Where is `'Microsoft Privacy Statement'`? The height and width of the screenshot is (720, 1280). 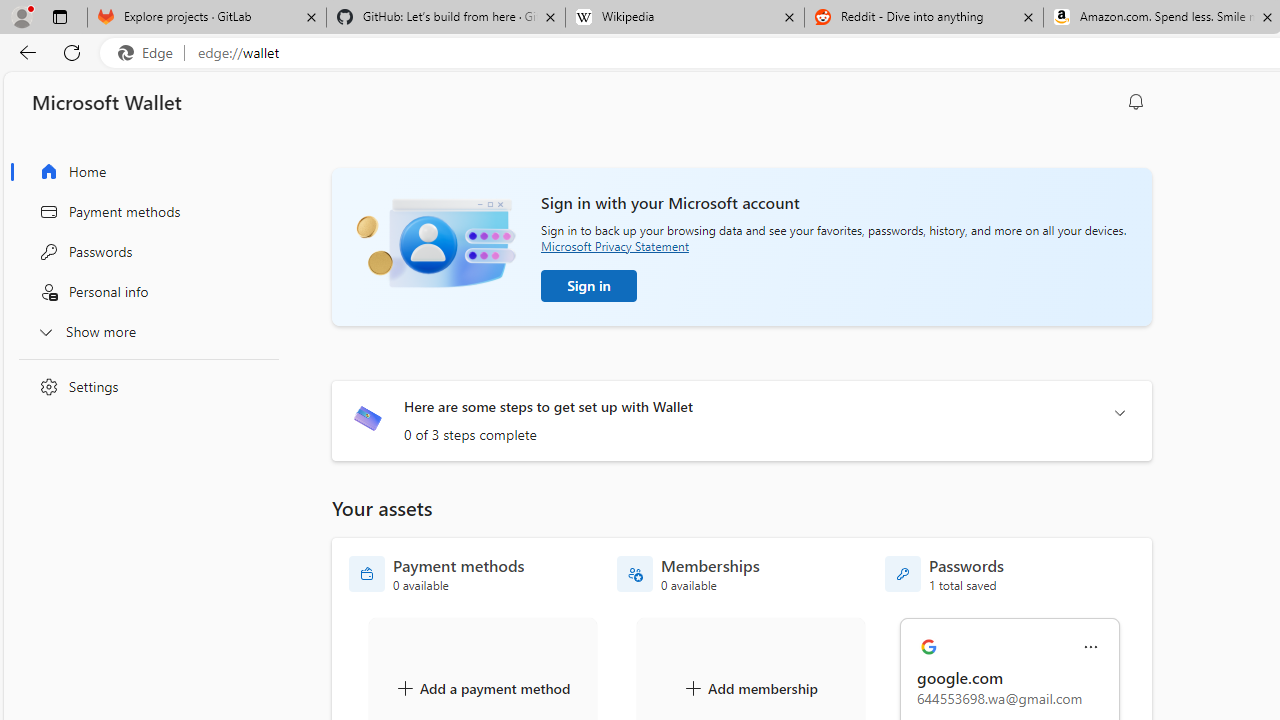 'Microsoft Privacy Statement' is located at coordinates (614, 245).